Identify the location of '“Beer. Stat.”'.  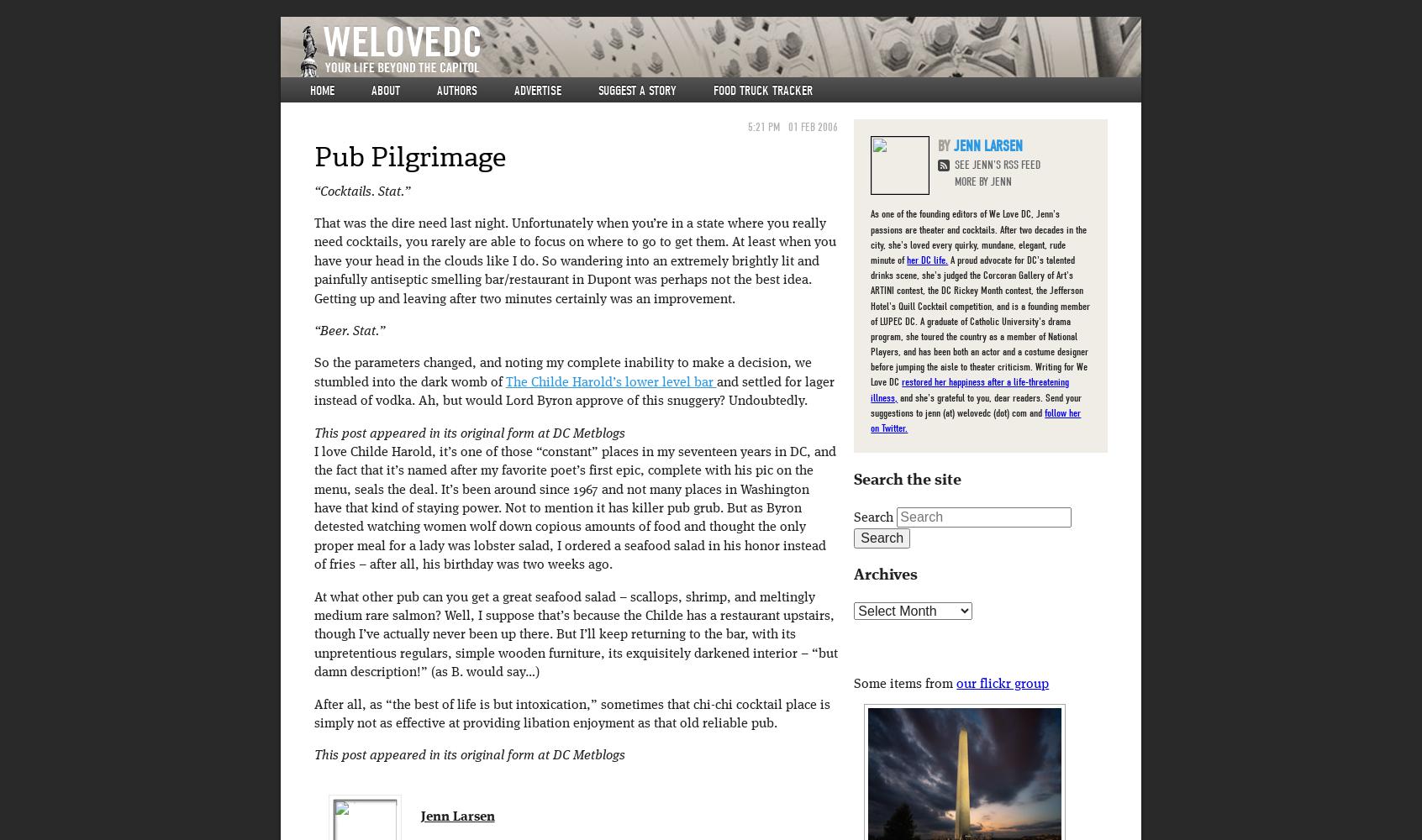
(313, 331).